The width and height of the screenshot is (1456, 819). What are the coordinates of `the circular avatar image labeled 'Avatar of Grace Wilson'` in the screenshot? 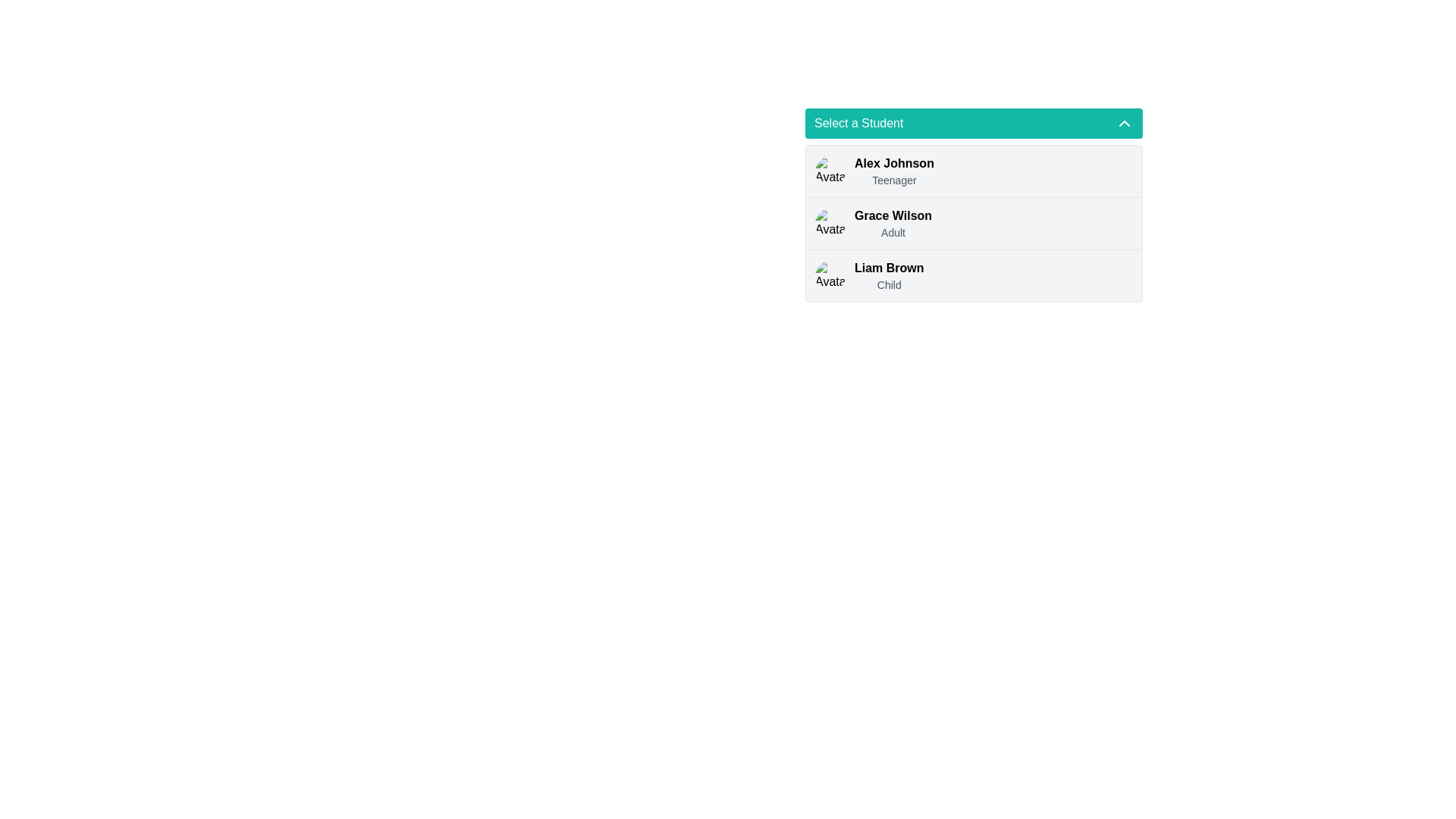 It's located at (829, 223).